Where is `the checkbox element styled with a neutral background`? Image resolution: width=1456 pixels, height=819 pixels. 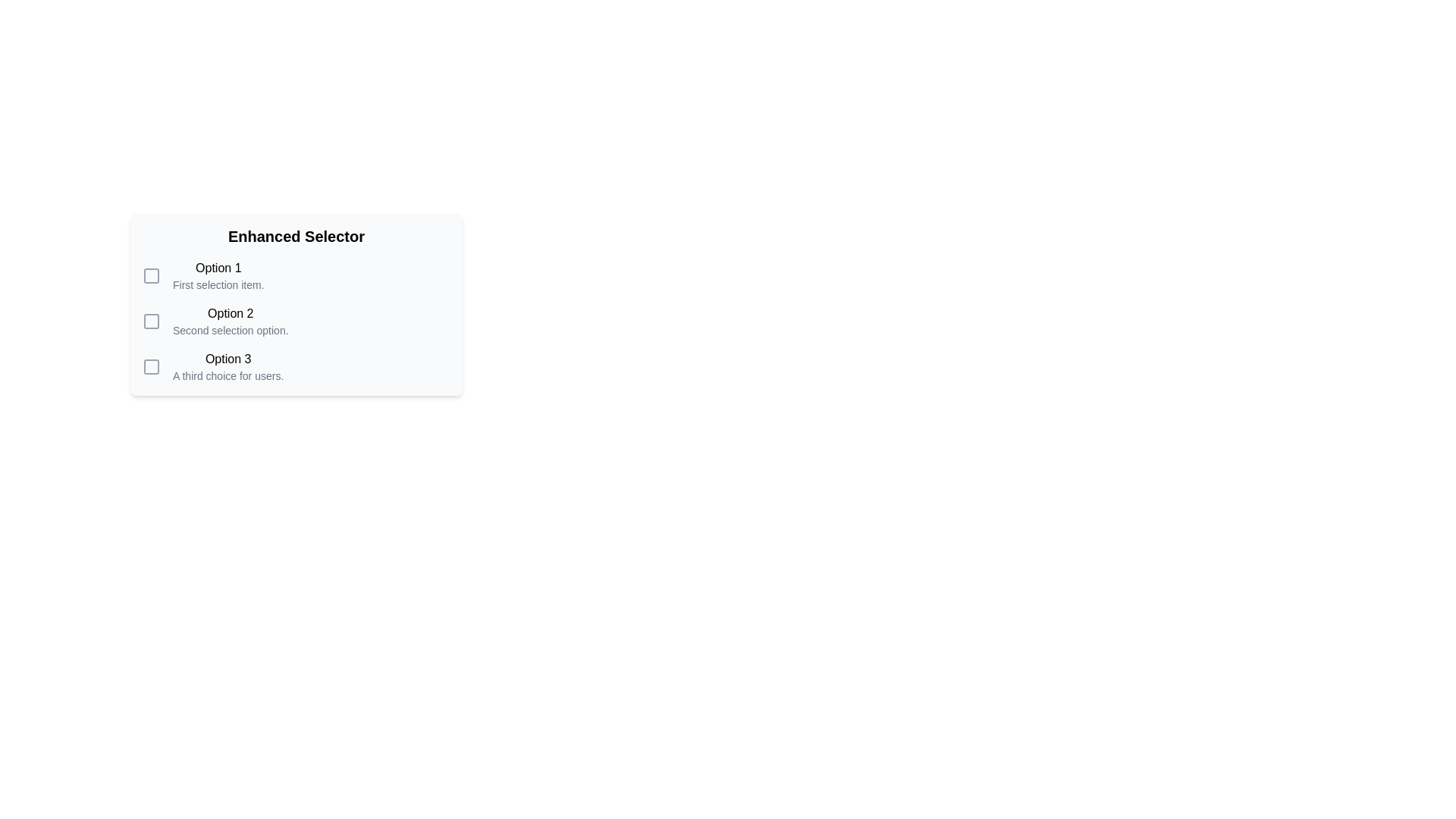
the checkbox element styled with a neutral background is located at coordinates (152, 366).